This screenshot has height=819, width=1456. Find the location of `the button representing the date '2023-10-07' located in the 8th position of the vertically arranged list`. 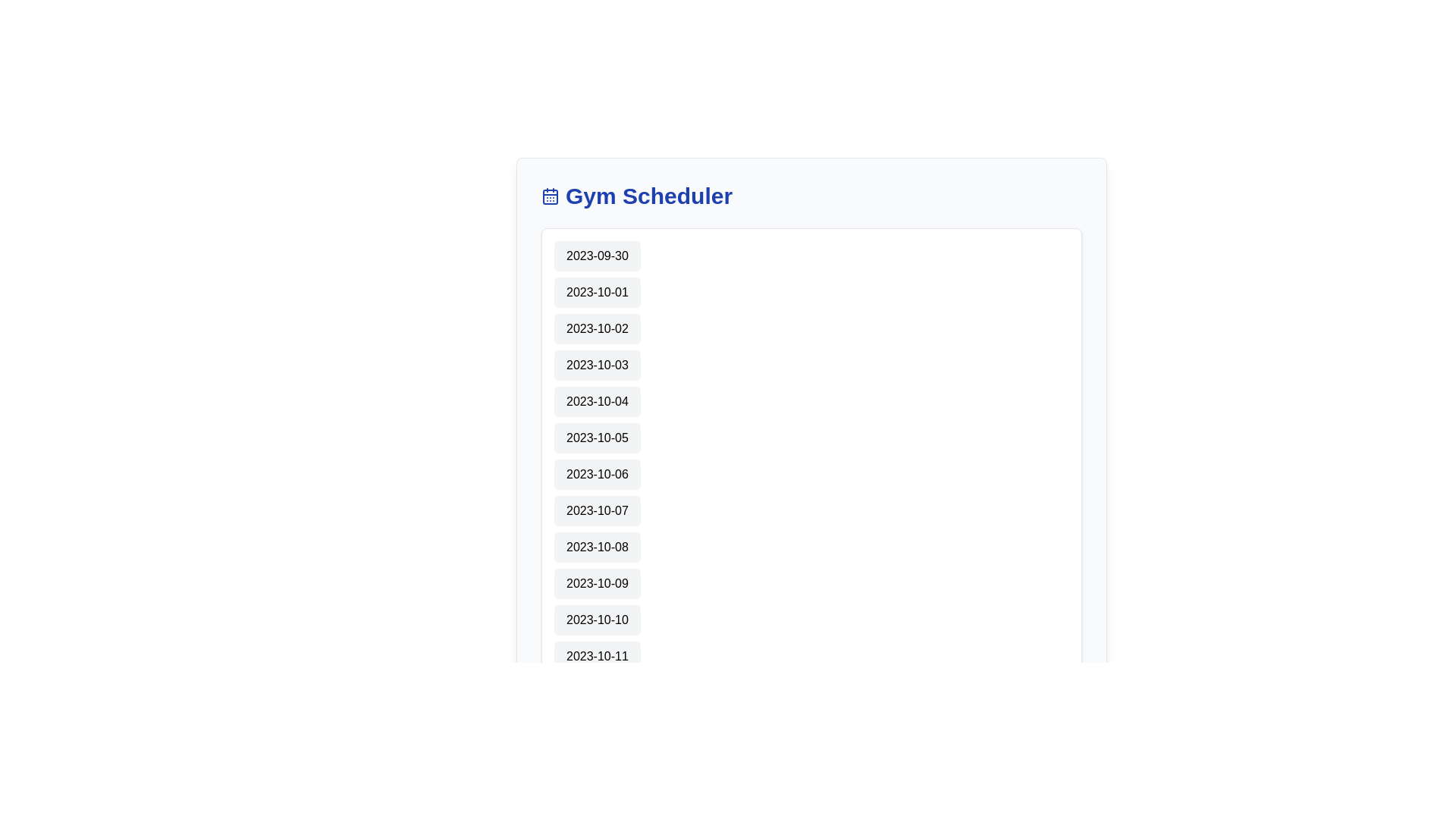

the button representing the date '2023-10-07' located in the 8th position of the vertically arranged list is located at coordinates (596, 511).